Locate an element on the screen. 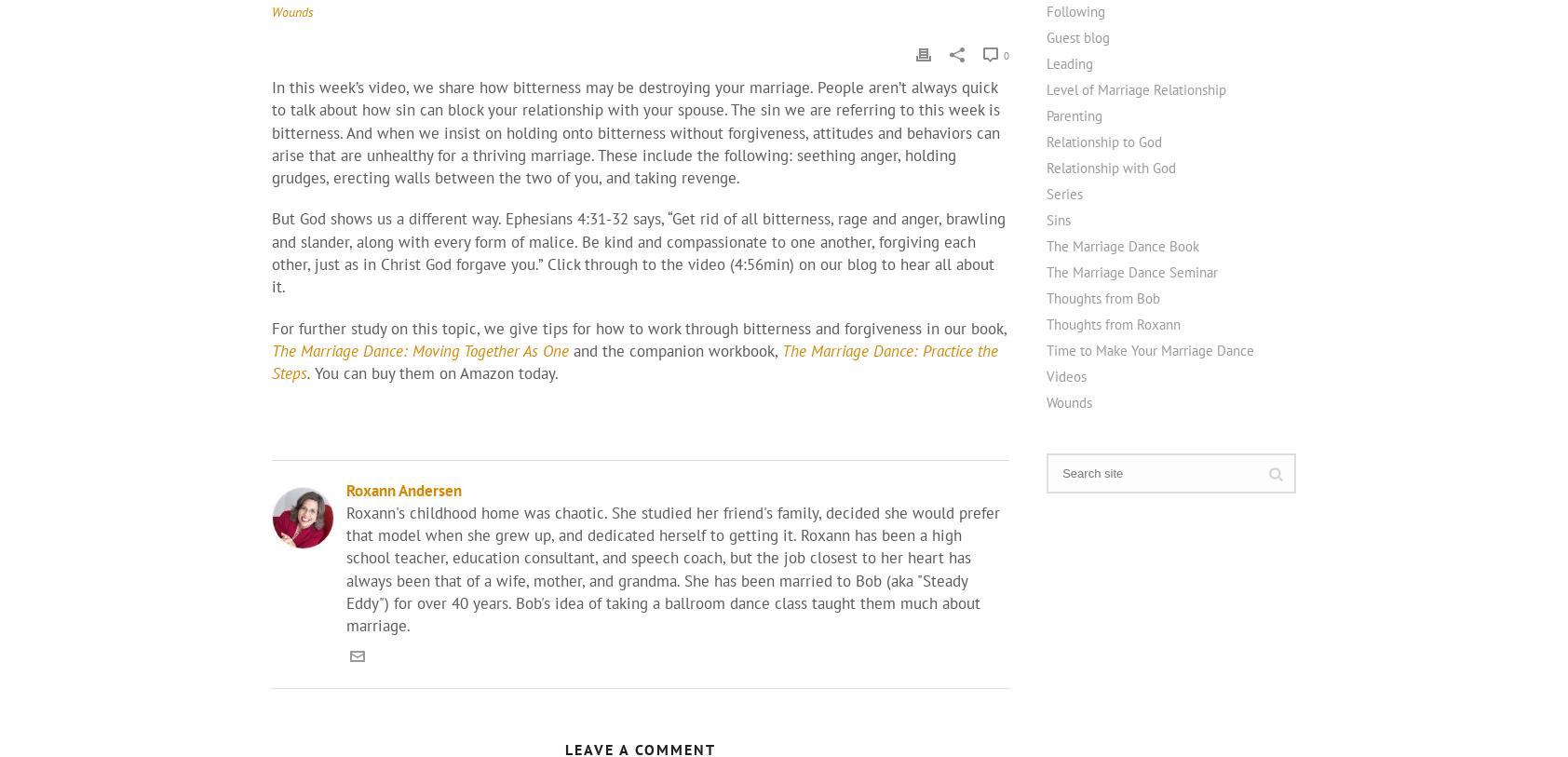  'The Marriage Dance Book' is located at coordinates (1123, 244).